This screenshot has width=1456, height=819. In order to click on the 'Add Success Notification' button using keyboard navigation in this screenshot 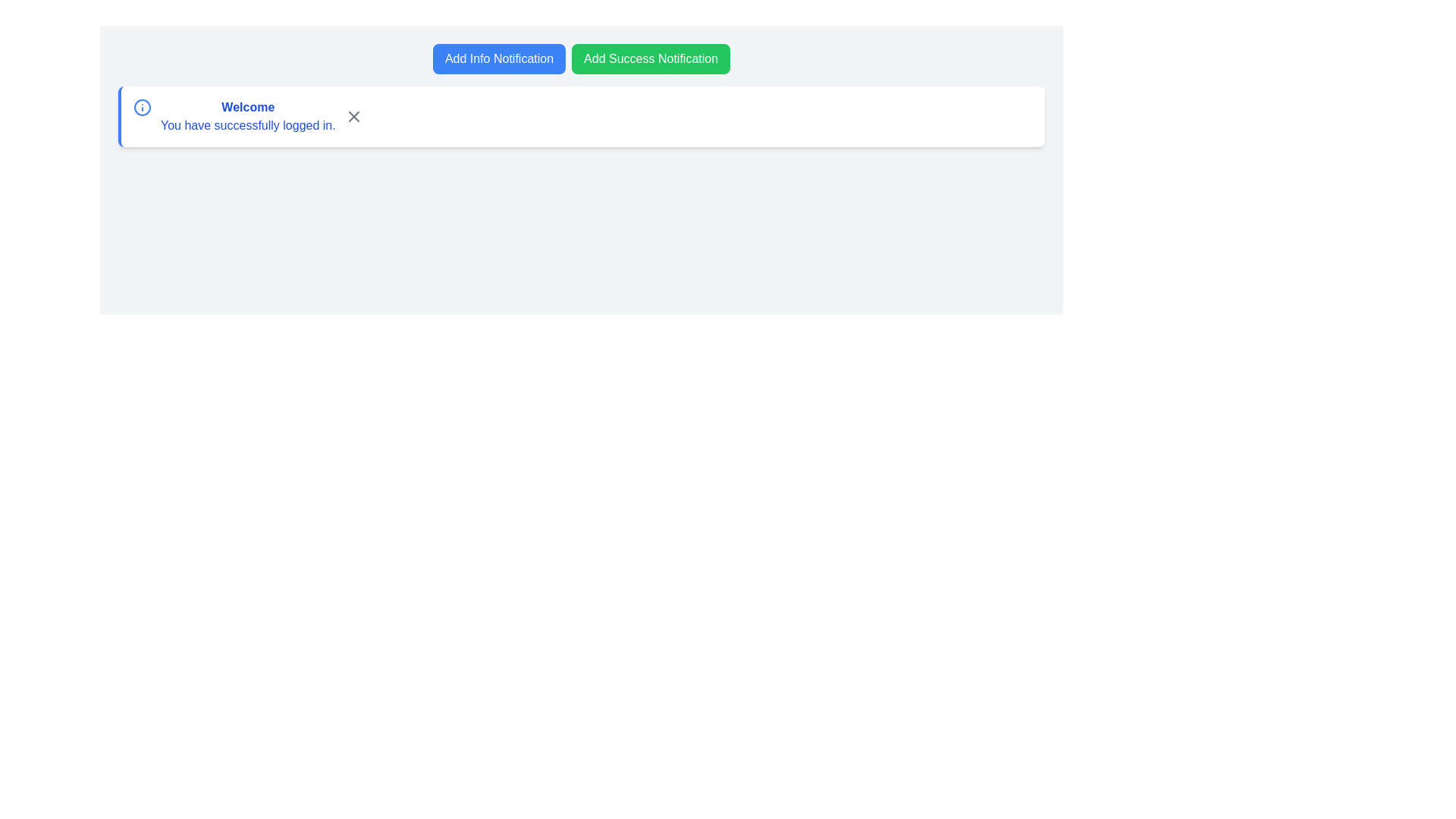, I will do `click(651, 58)`.